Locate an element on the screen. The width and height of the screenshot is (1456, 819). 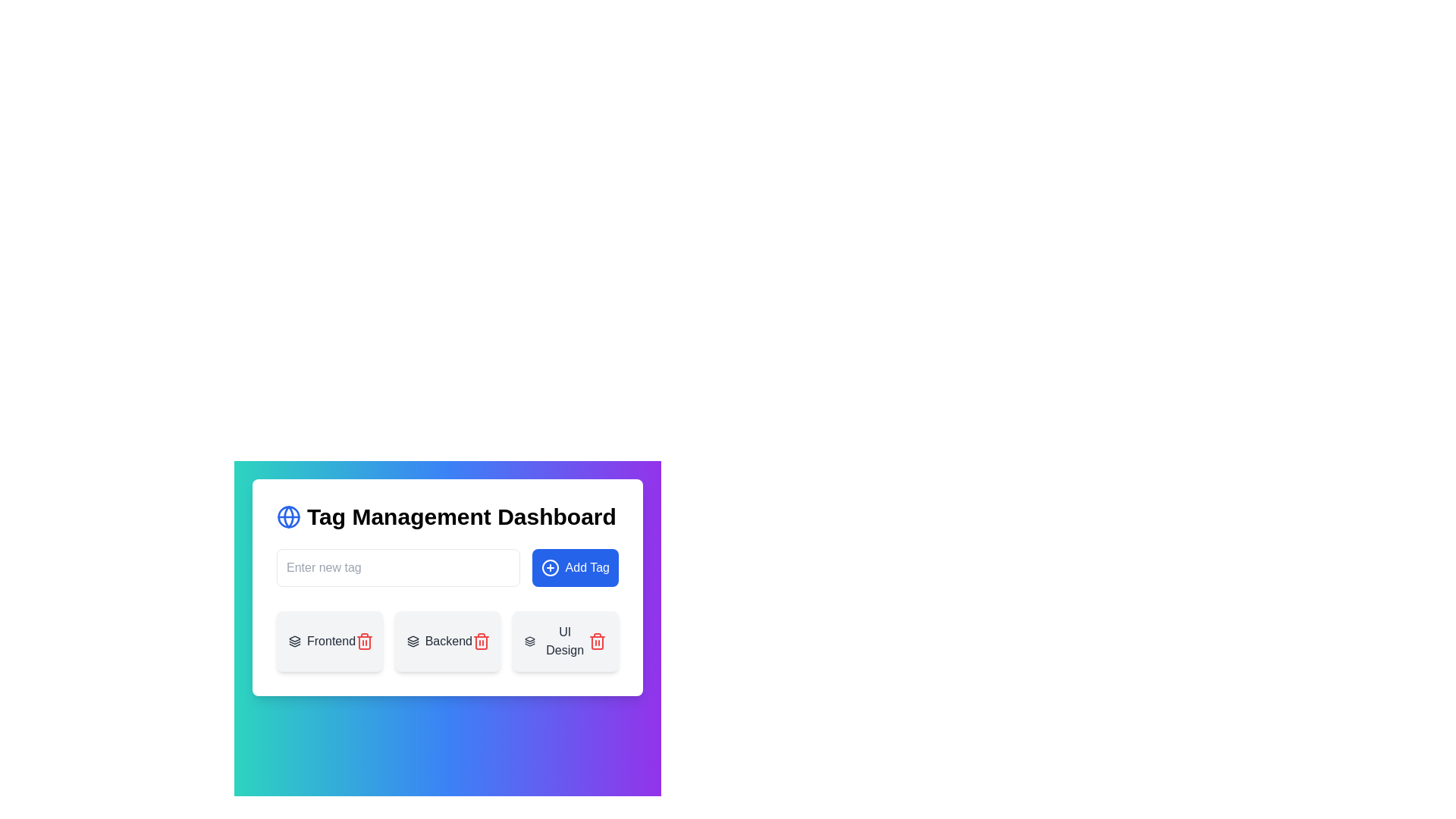
the circular iconographic element located at the center-right of the 'Add Tag' button, which has a blue stroke and white fill is located at coordinates (549, 567).